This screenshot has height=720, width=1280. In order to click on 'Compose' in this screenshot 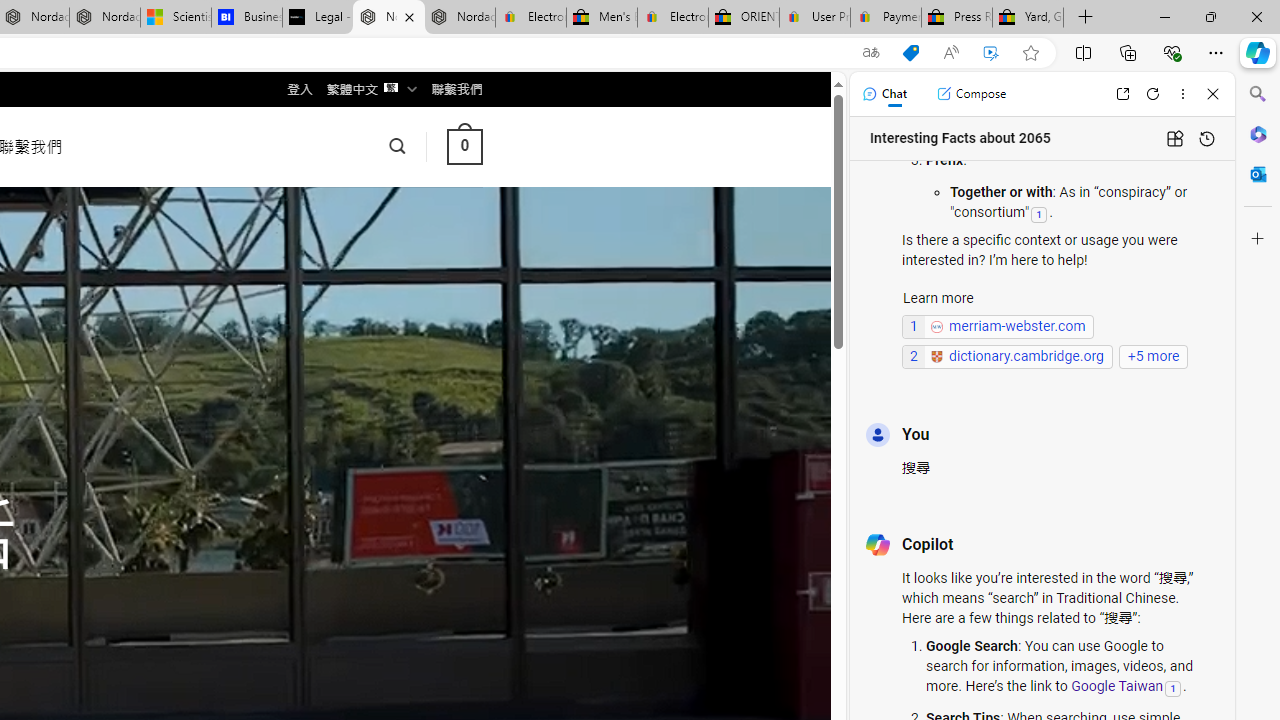, I will do `click(971, 93)`.